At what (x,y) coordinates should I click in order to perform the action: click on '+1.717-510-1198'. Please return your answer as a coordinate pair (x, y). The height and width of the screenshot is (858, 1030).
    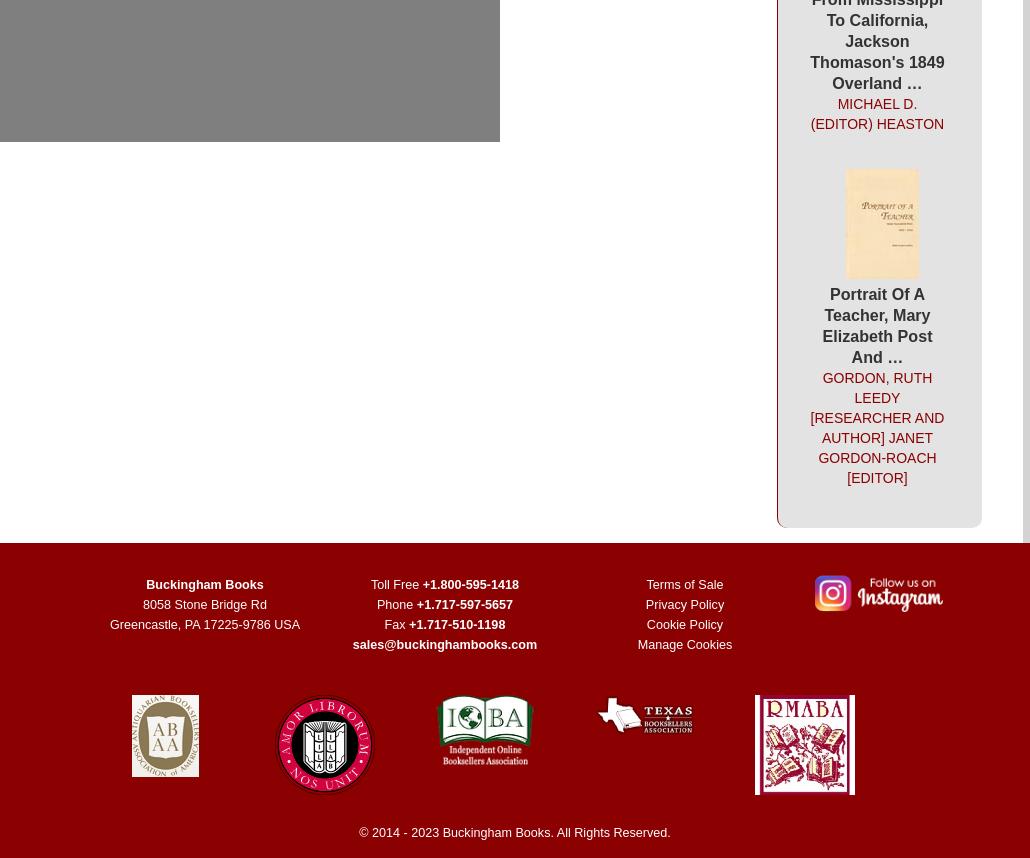
    Looking at the image, I should click on (456, 624).